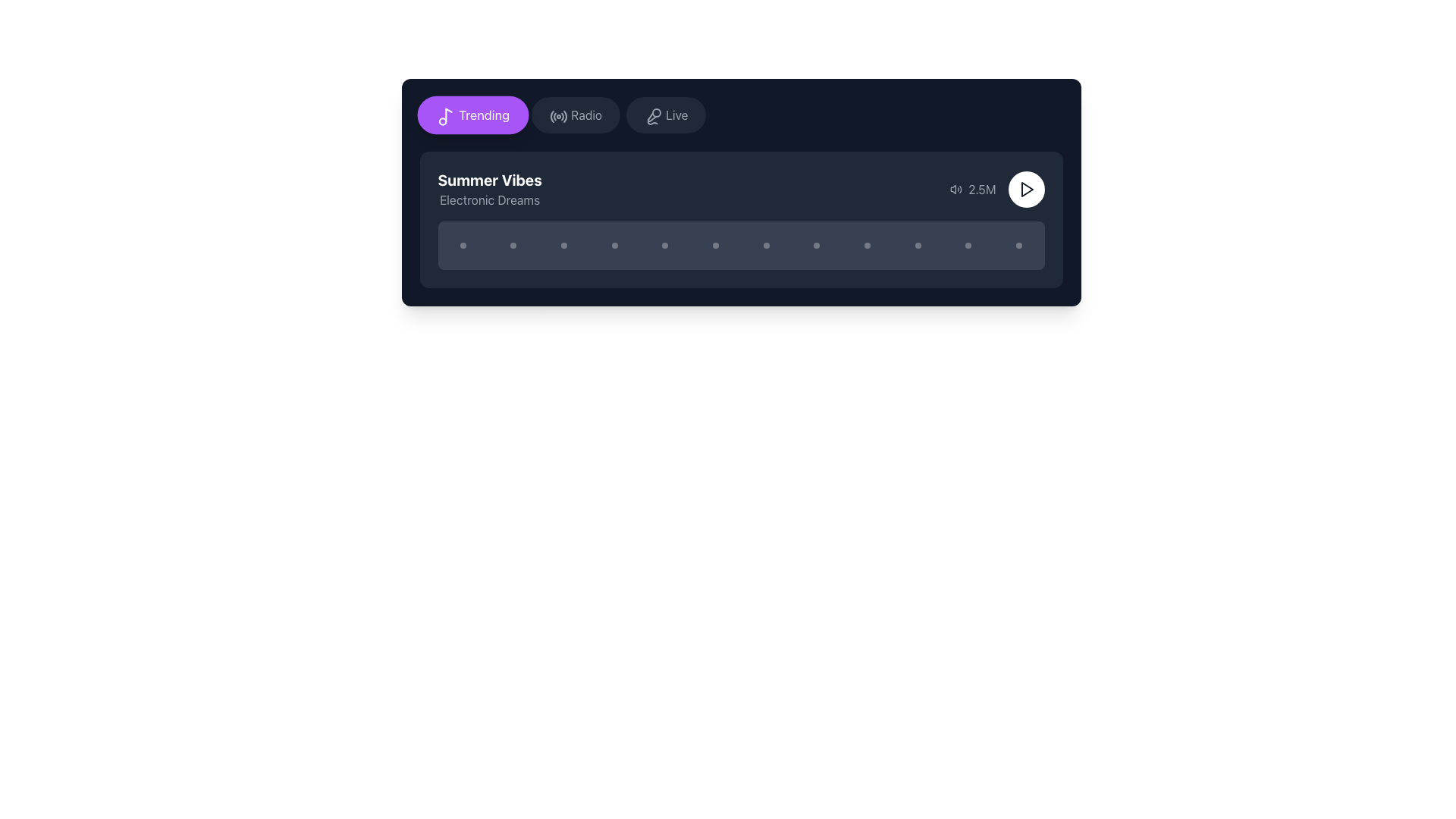  What do you see at coordinates (558, 116) in the screenshot?
I see `the circular icon styled as a radio signal in the navigation bar` at bounding box center [558, 116].